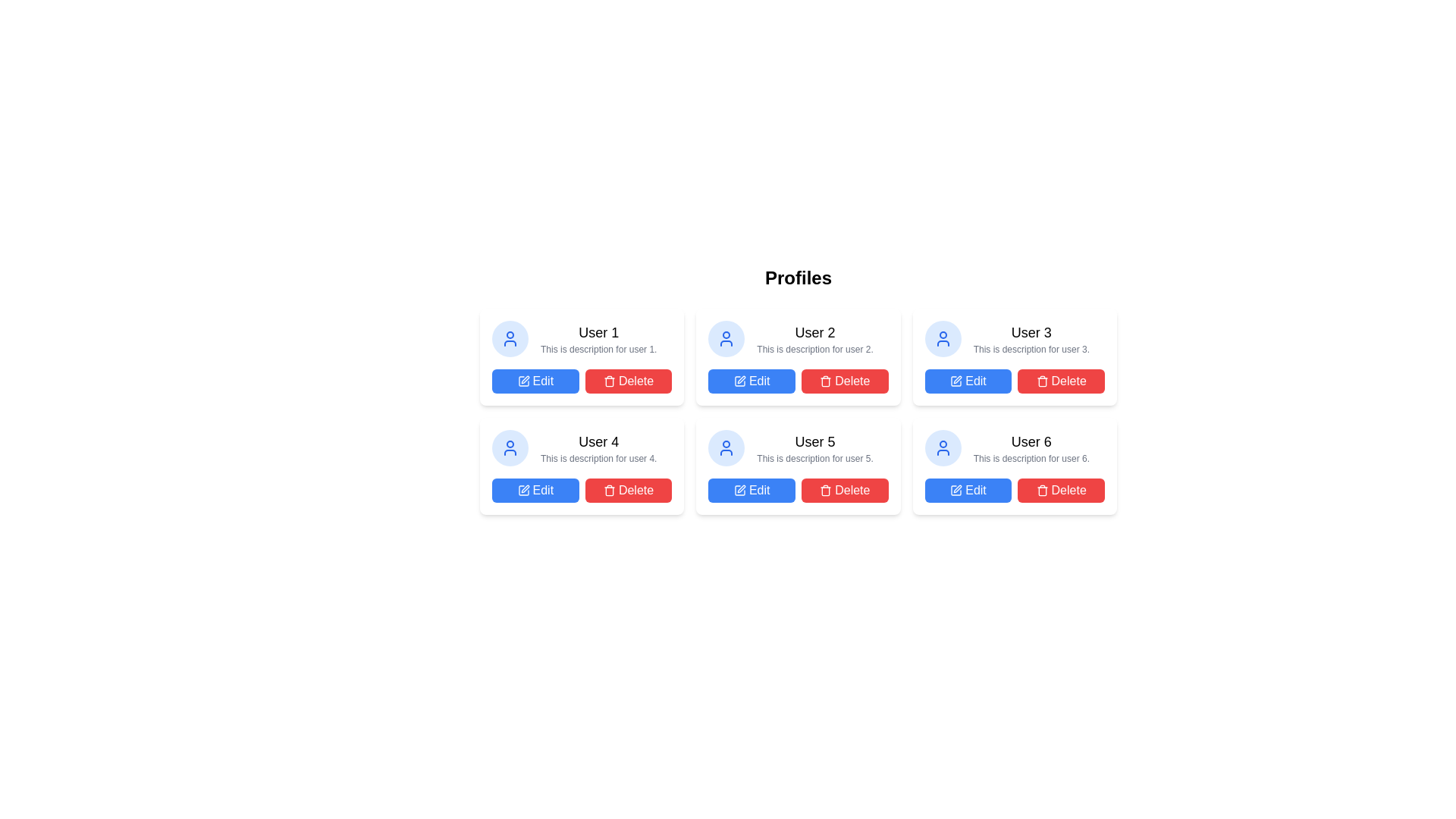  I want to click on the user information text display in the leftmost column of the second row of user cards, which identifies the user with their name and a brief description, so click(598, 447).